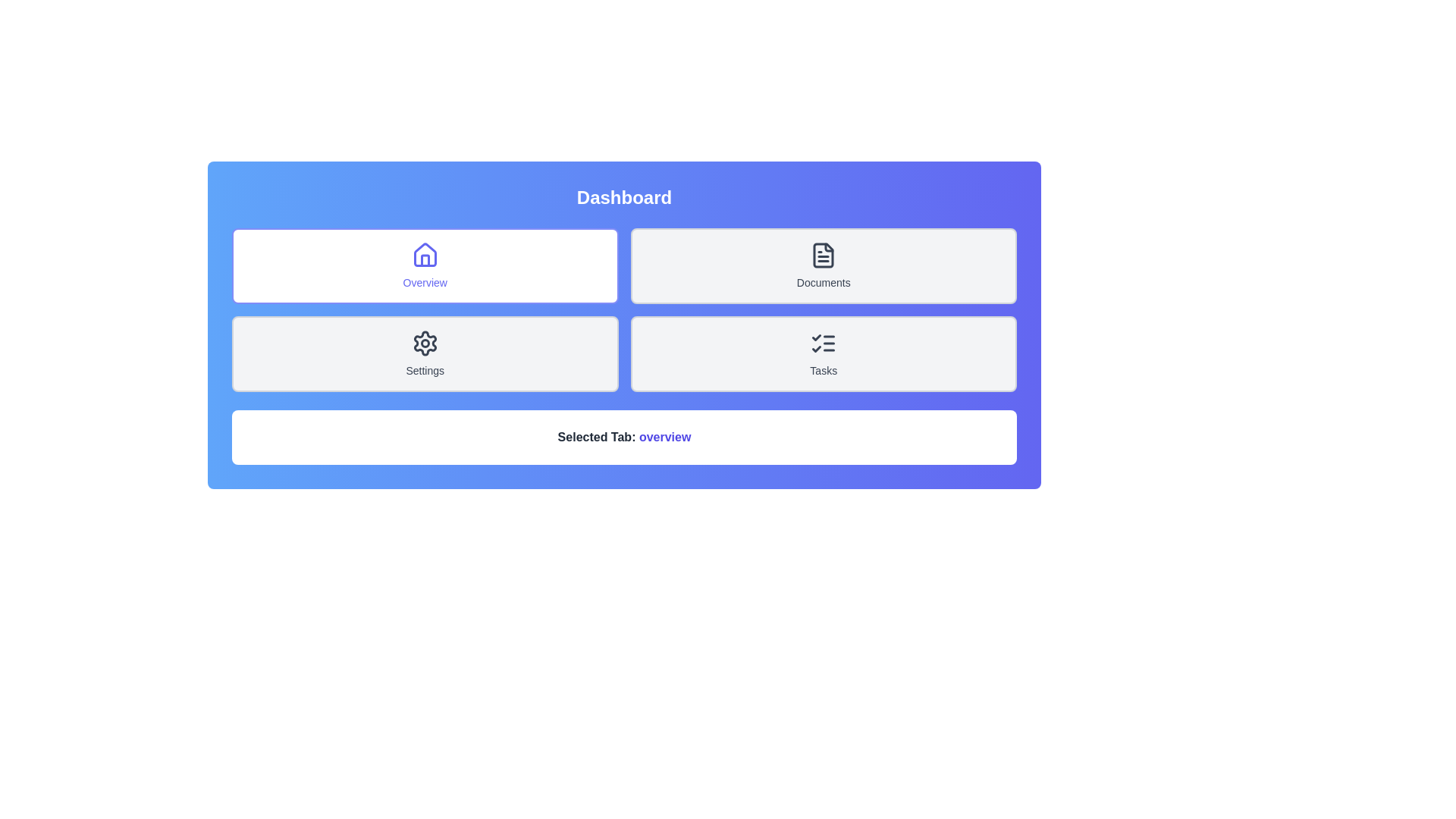  Describe the element at coordinates (425, 283) in the screenshot. I see `the text label displaying 'Overview' in capitalized indigo font located at the bottom section of the card in the top-left corner of the interface` at that location.